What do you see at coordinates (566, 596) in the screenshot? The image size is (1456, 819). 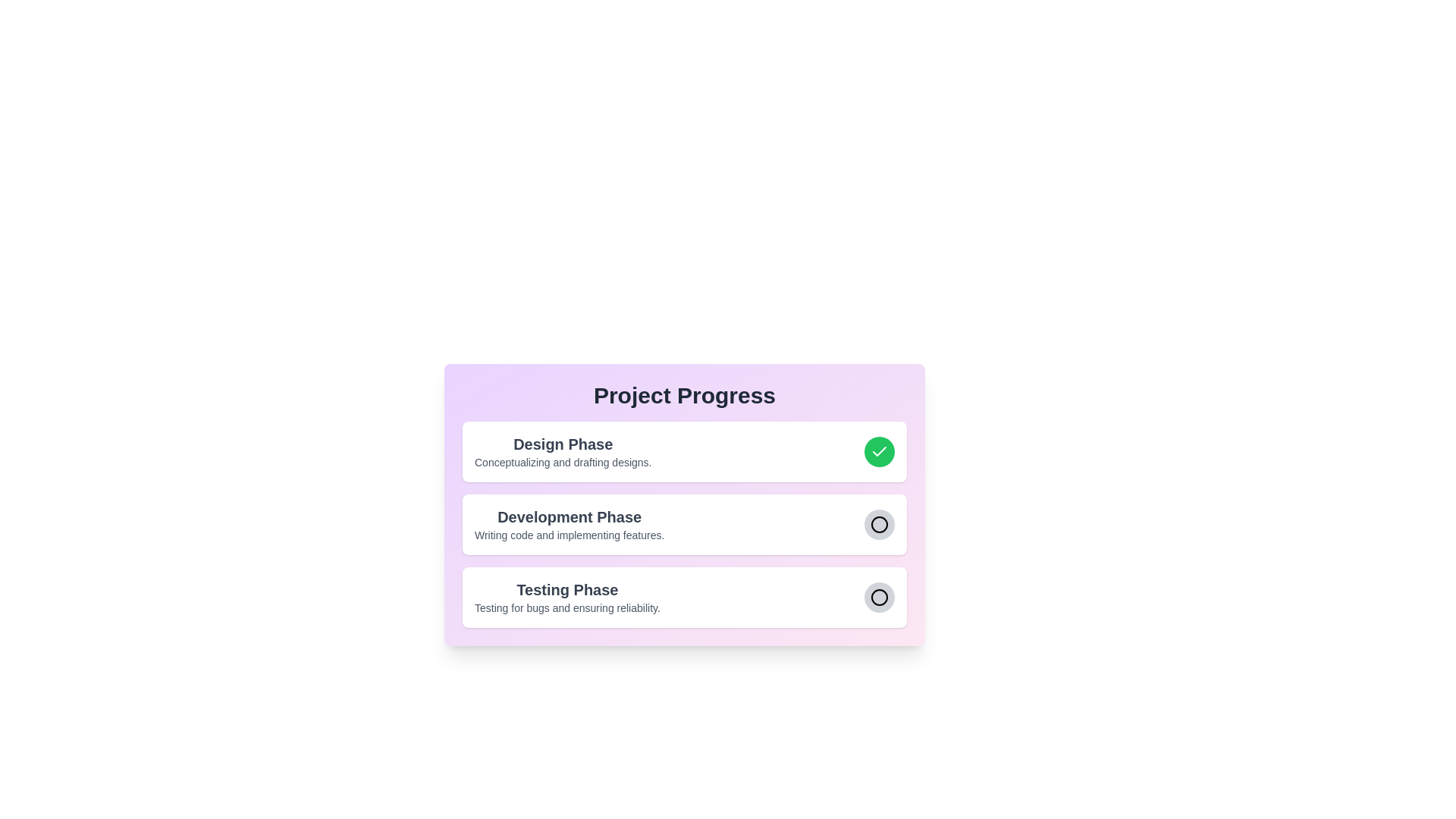 I see `the 'Testing Phase' text block, which consists of a bold title and a description, located centrally at the bottom of the visible card-like section` at bounding box center [566, 596].